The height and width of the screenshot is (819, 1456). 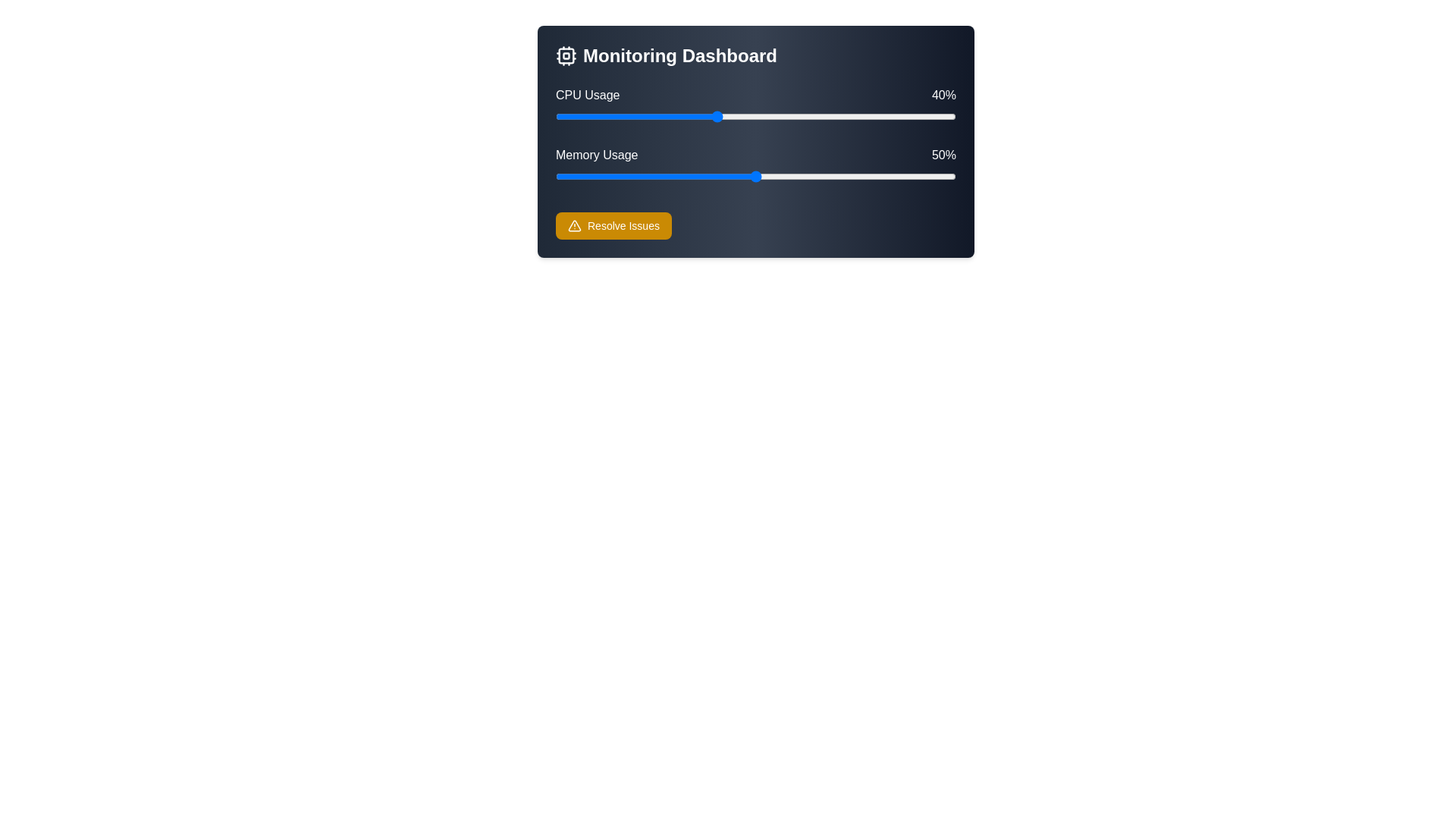 What do you see at coordinates (931, 175) in the screenshot?
I see `Memory Usage` at bounding box center [931, 175].